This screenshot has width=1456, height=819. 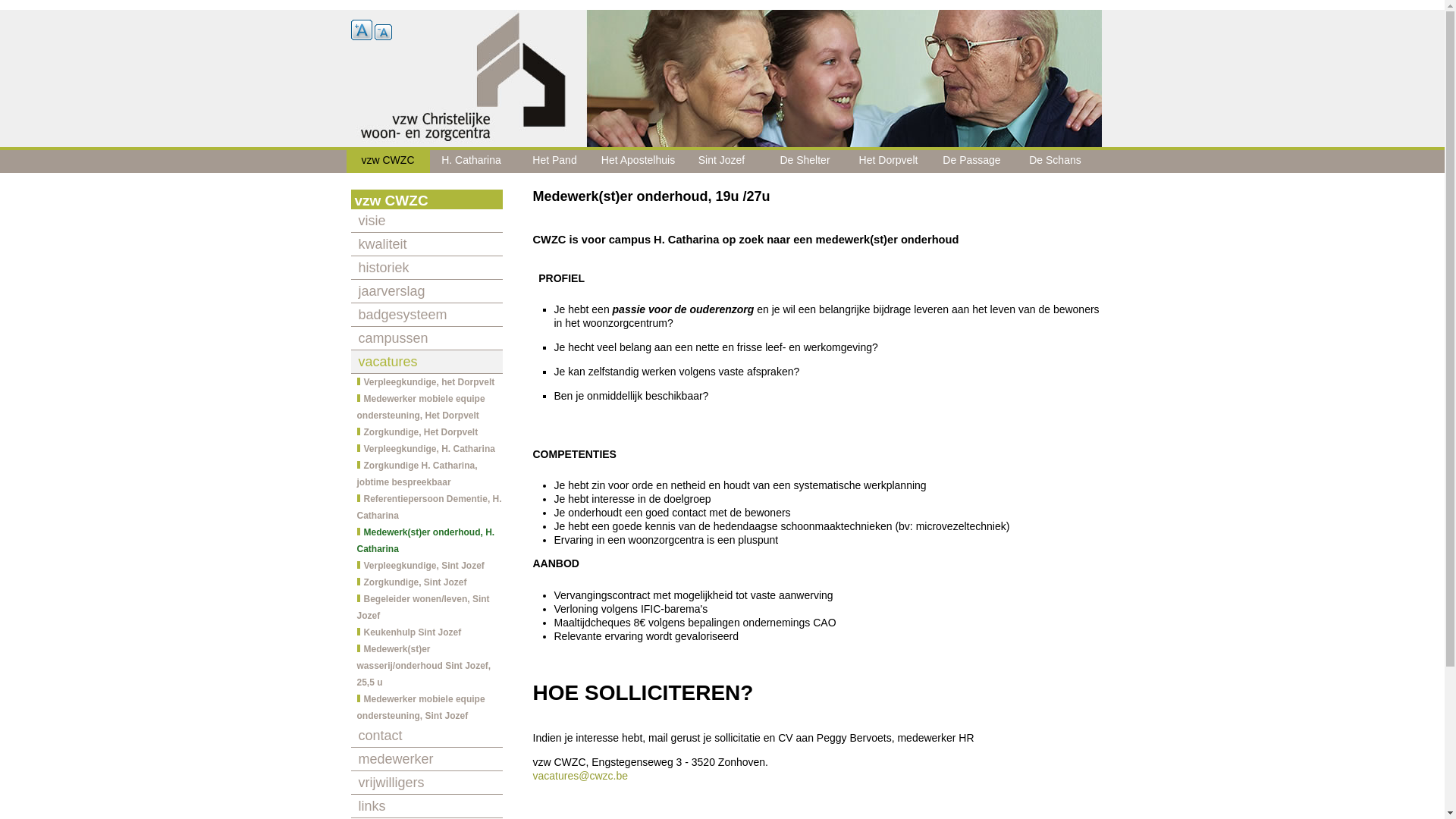 What do you see at coordinates (1054, 160) in the screenshot?
I see `'De Schans'` at bounding box center [1054, 160].